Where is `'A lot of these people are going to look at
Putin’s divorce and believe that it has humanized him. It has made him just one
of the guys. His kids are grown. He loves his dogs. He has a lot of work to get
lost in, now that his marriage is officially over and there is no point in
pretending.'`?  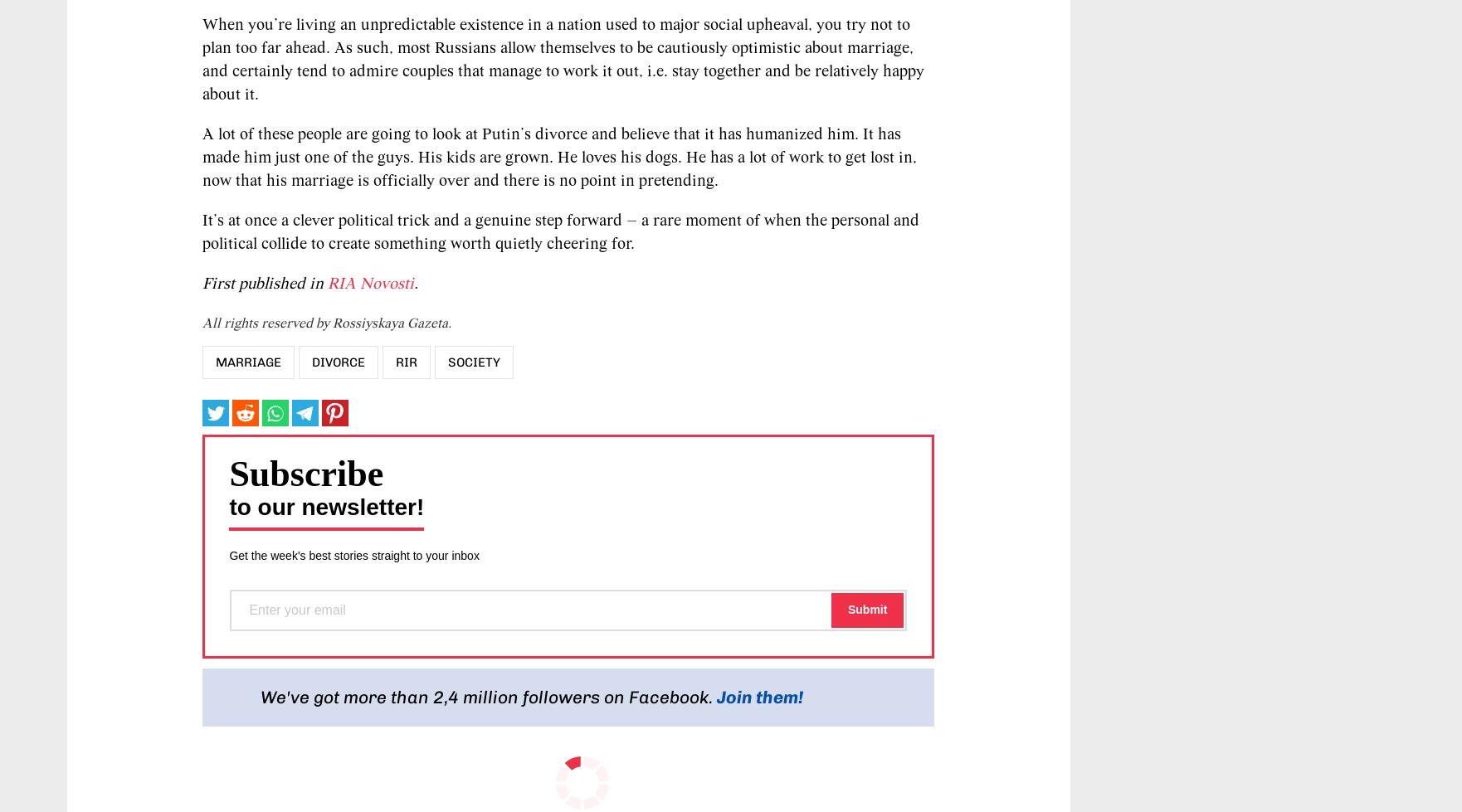
'A lot of these people are going to look at
Putin’s divorce and believe that it has humanized him. It has made him just one
of the guys. His kids are grown. He loves his dogs. He has a lot of work to get
lost in, now that his marriage is officially over and there is no point in
pretending.' is located at coordinates (558, 158).